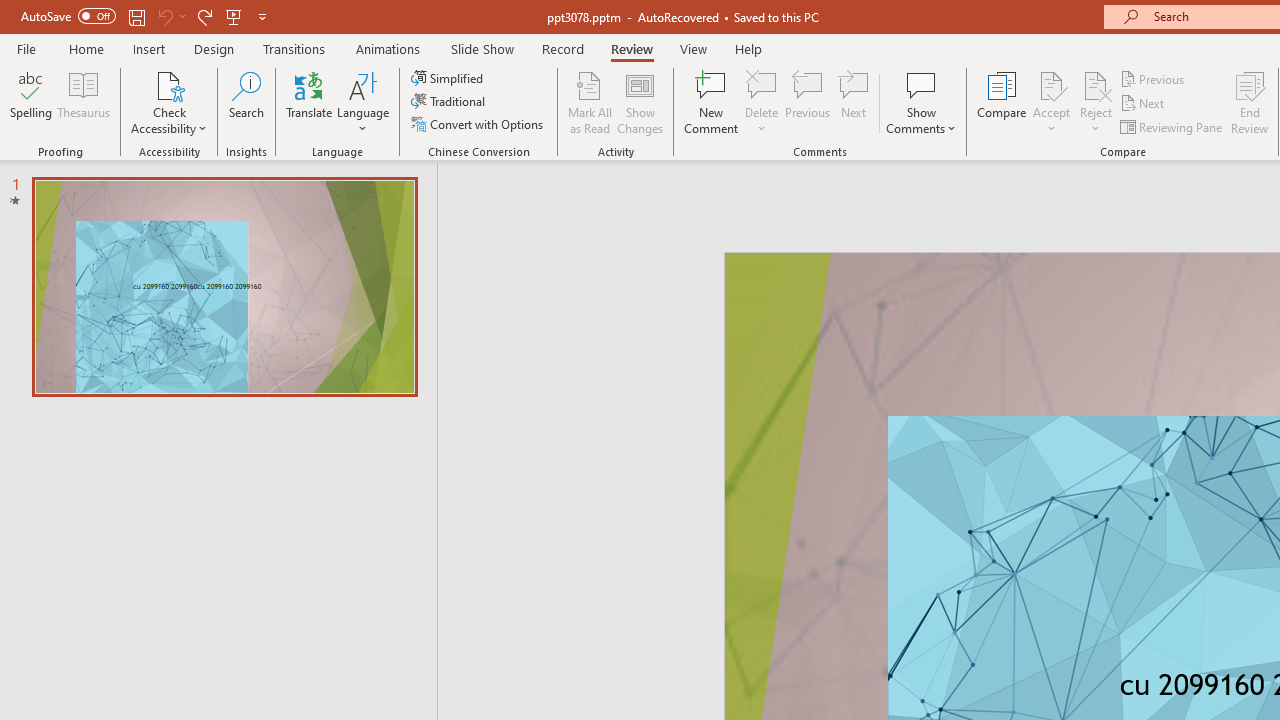 The height and width of the screenshot is (720, 1280). What do you see at coordinates (1144, 103) in the screenshot?
I see `'Next'` at bounding box center [1144, 103].